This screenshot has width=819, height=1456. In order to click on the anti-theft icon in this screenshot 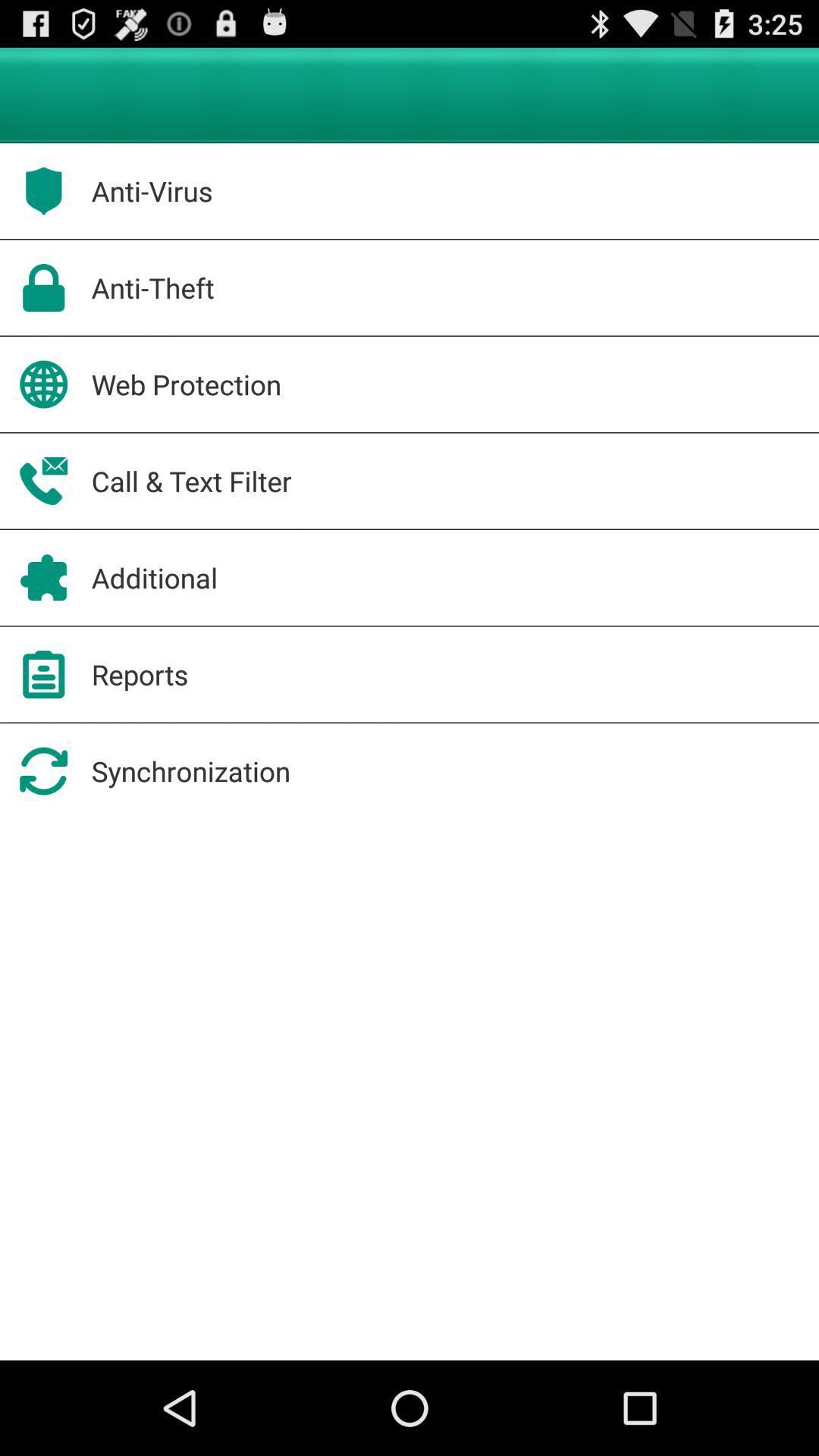, I will do `click(152, 287)`.